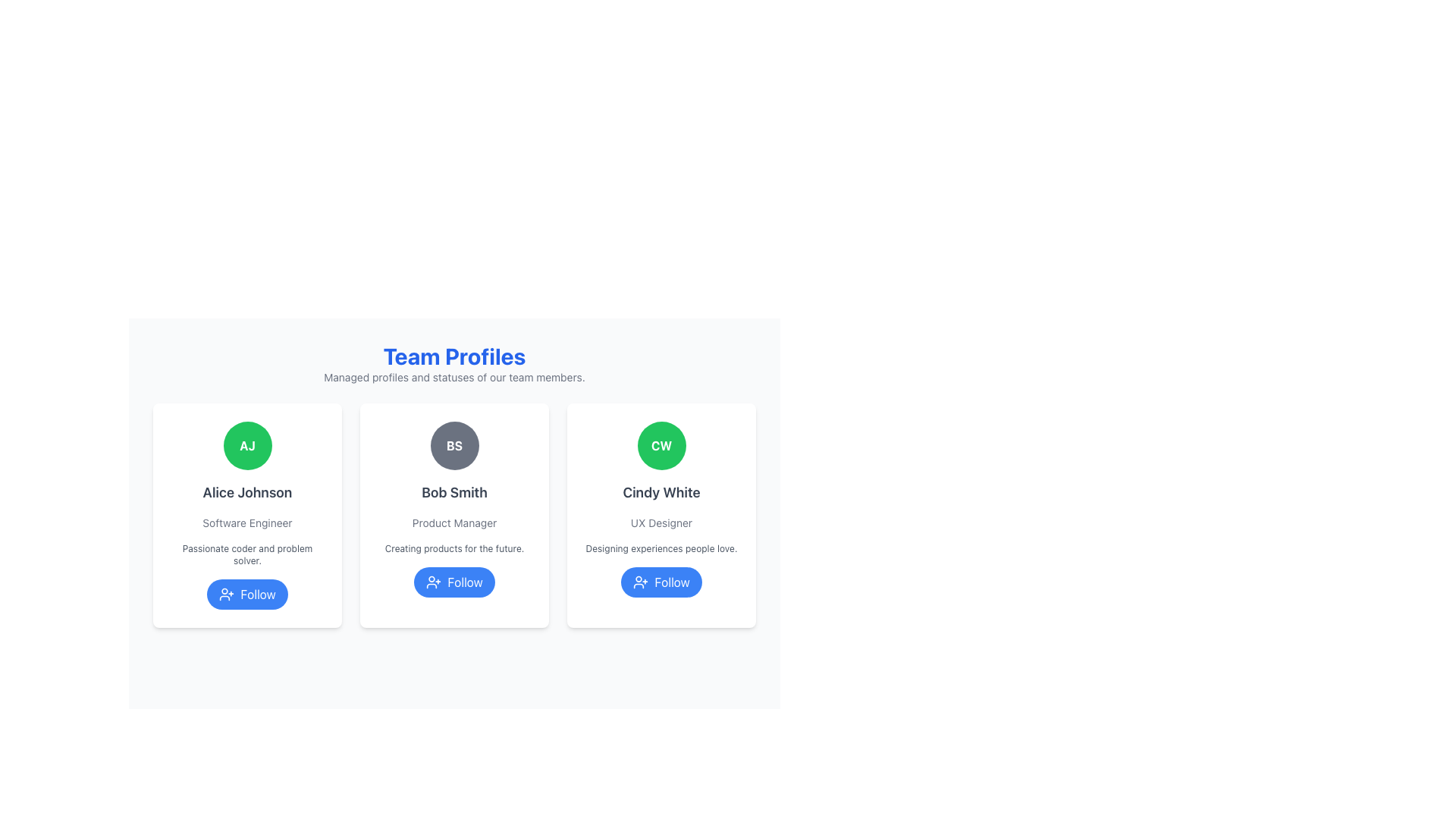  I want to click on the text label displaying 'Alice Johnson' which is positioned beneath the avatar with initials 'AJ' in the user profile card, so click(247, 493).